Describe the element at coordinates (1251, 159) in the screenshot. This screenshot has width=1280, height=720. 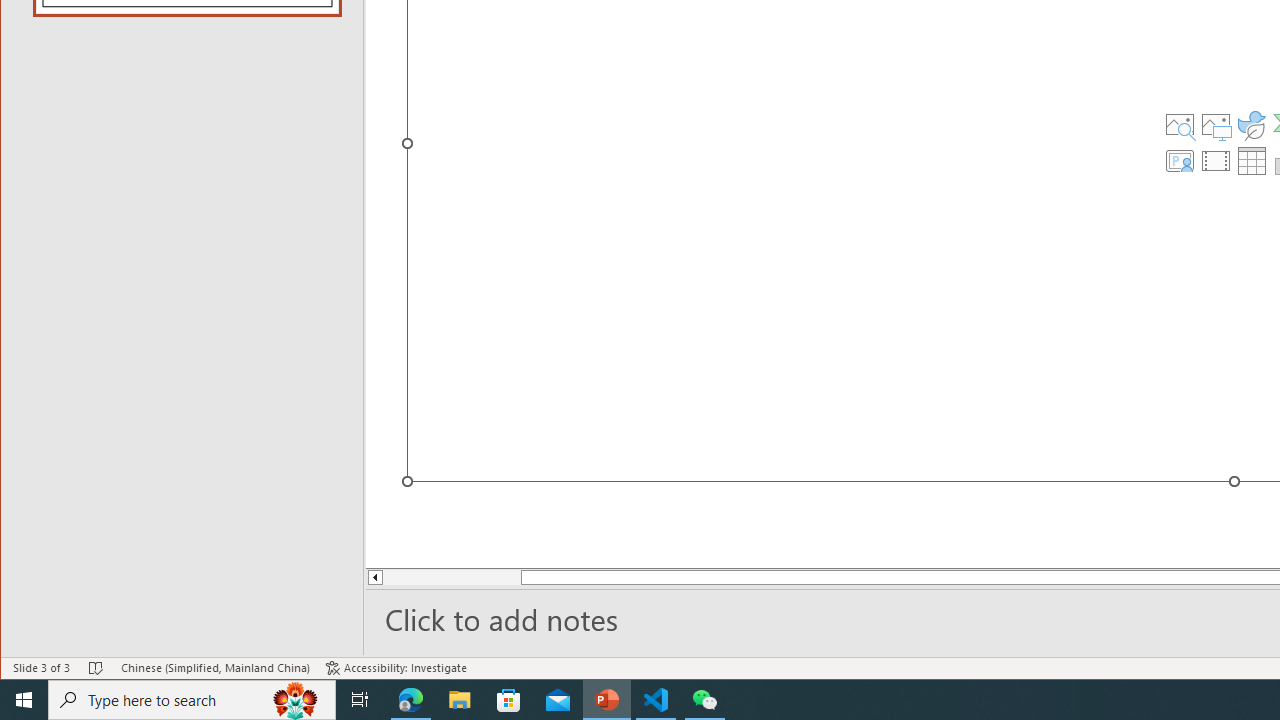
I see `'Insert Table'` at that location.